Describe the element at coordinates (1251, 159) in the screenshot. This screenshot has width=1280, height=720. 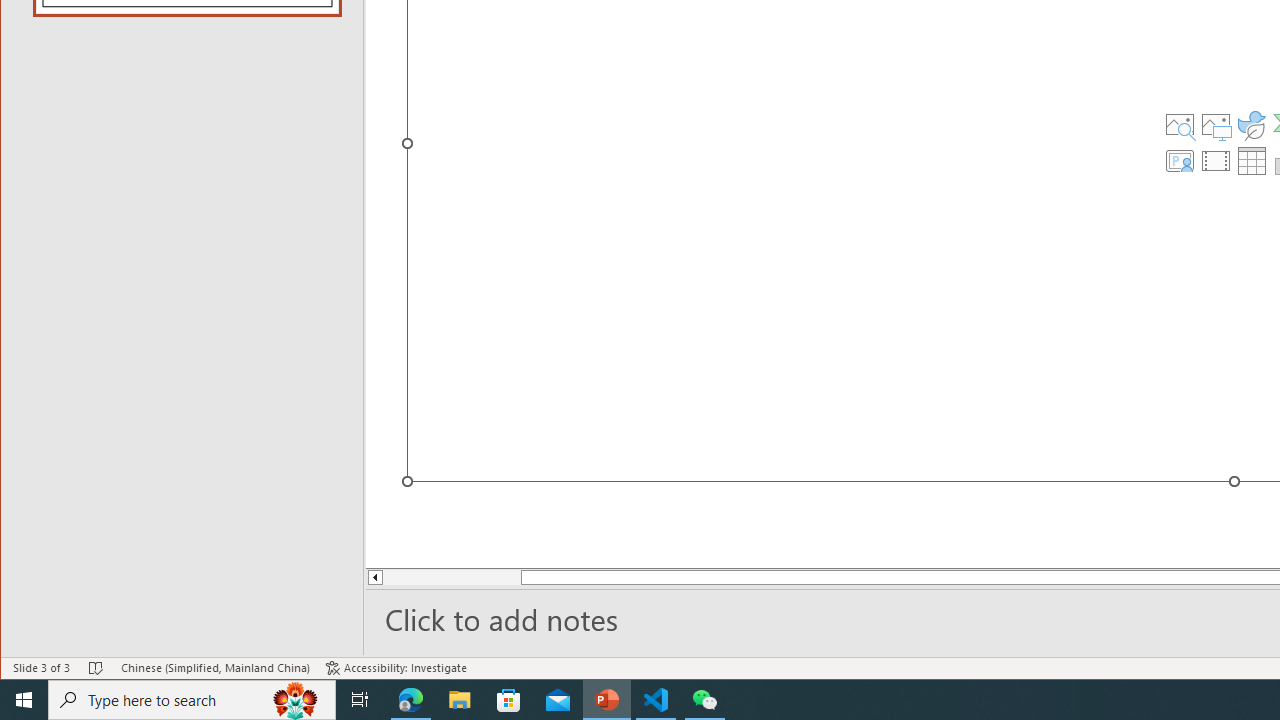
I see `'Insert Table'` at that location.